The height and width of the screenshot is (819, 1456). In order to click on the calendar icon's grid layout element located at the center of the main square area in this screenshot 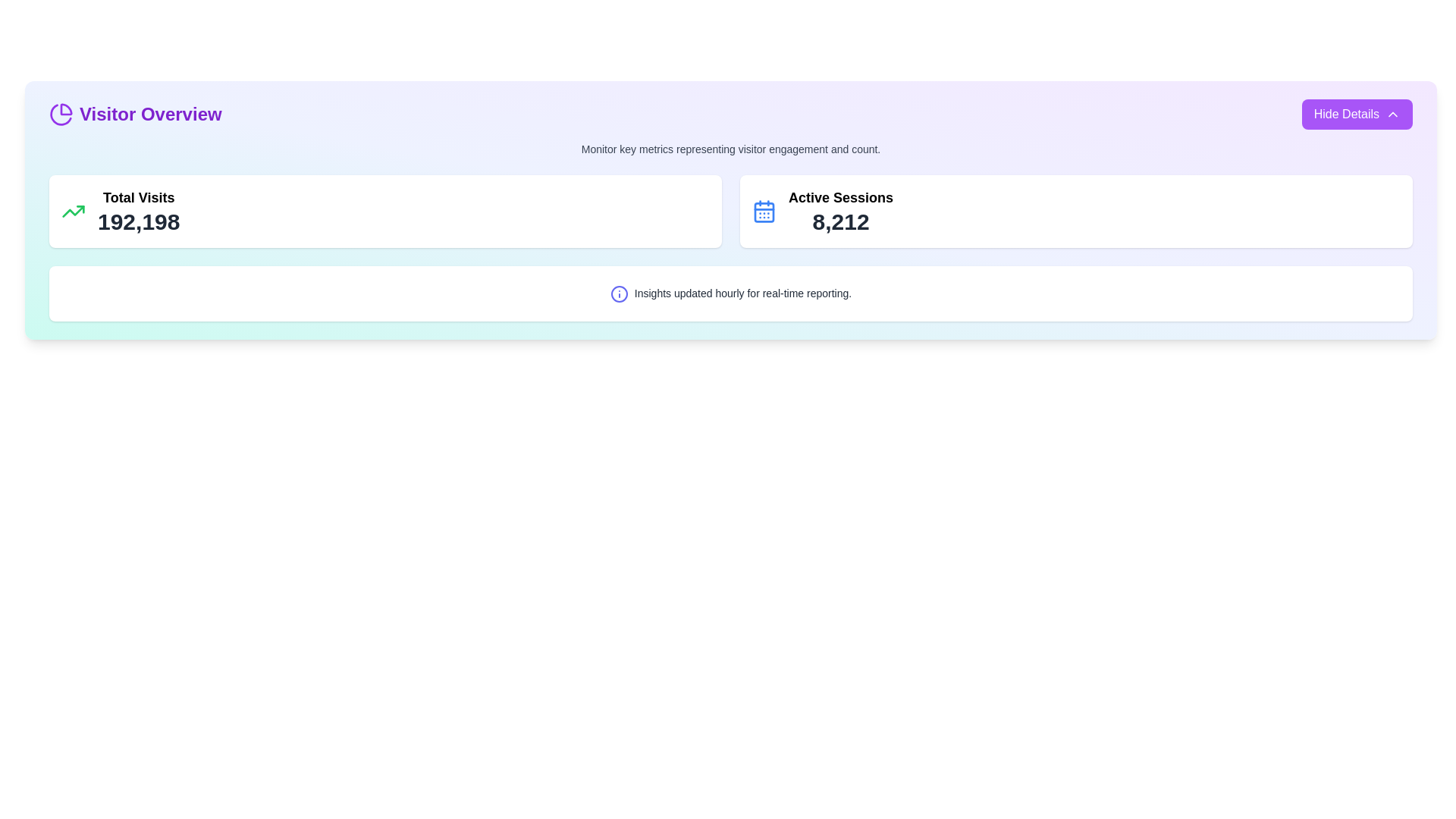, I will do `click(764, 212)`.